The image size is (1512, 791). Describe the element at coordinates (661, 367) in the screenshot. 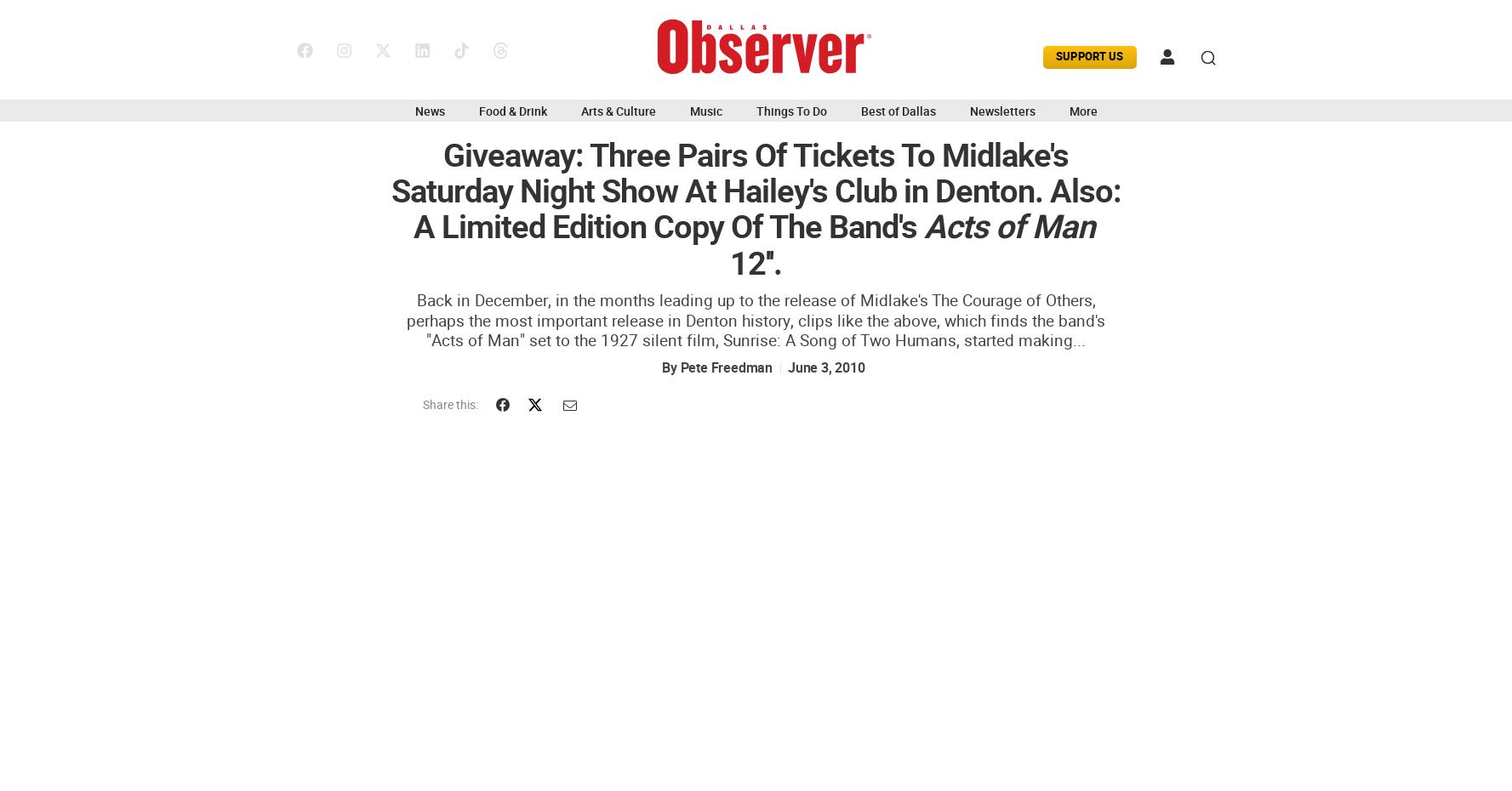

I see `'By'` at that location.